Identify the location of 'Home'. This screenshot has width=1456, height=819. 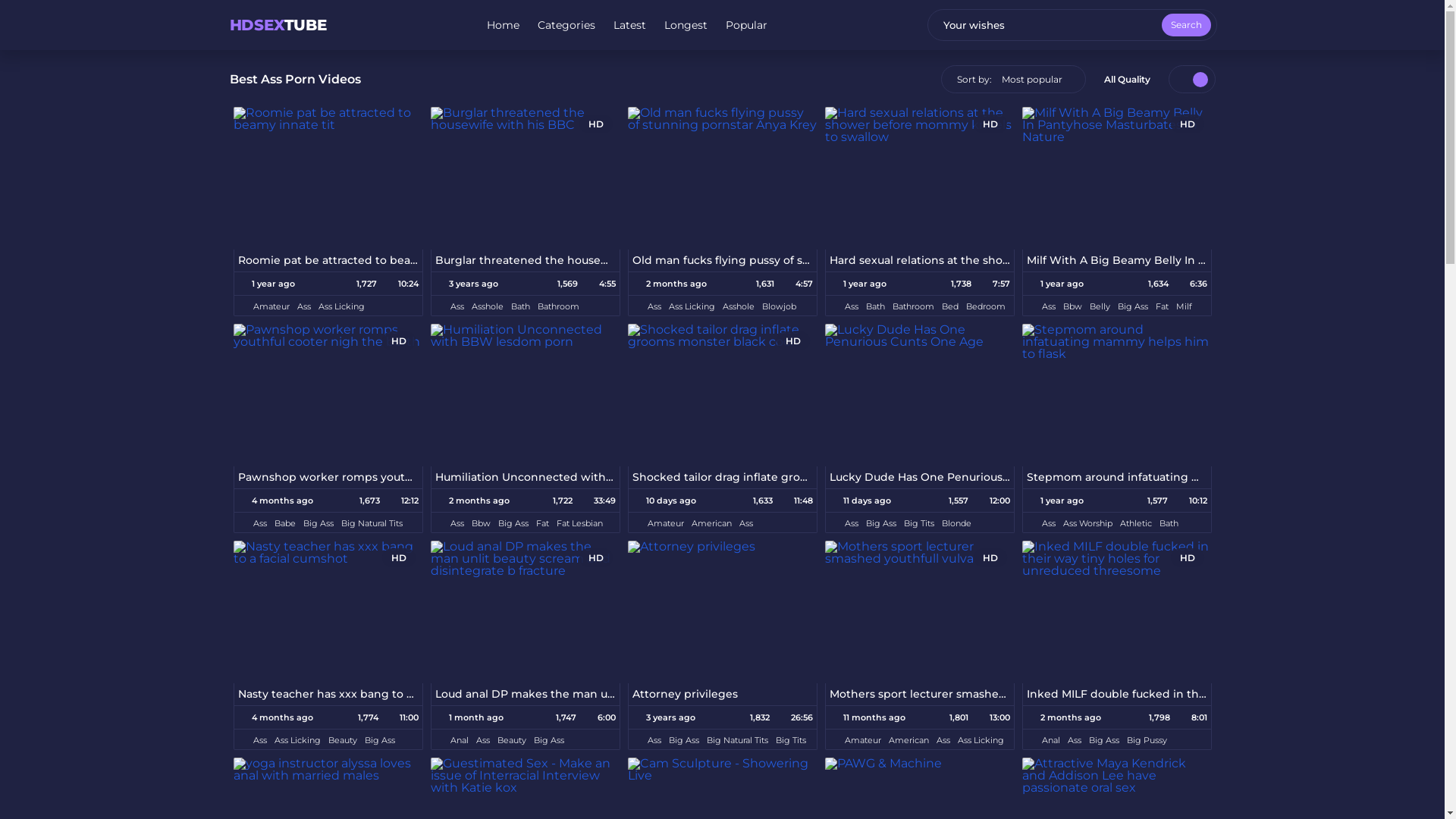
(487, 25).